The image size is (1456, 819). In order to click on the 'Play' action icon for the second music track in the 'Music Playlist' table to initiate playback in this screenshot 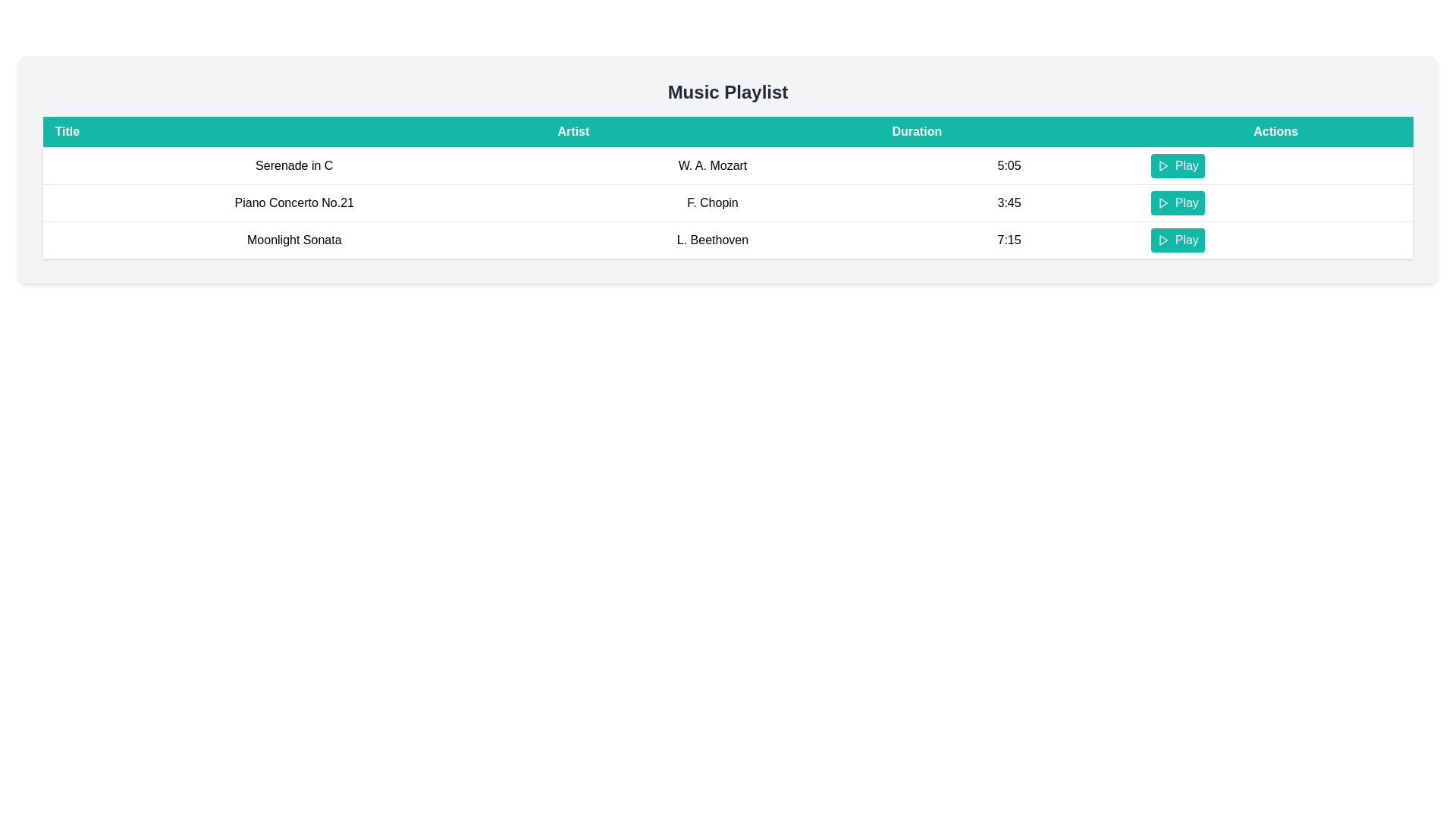, I will do `click(1163, 202)`.